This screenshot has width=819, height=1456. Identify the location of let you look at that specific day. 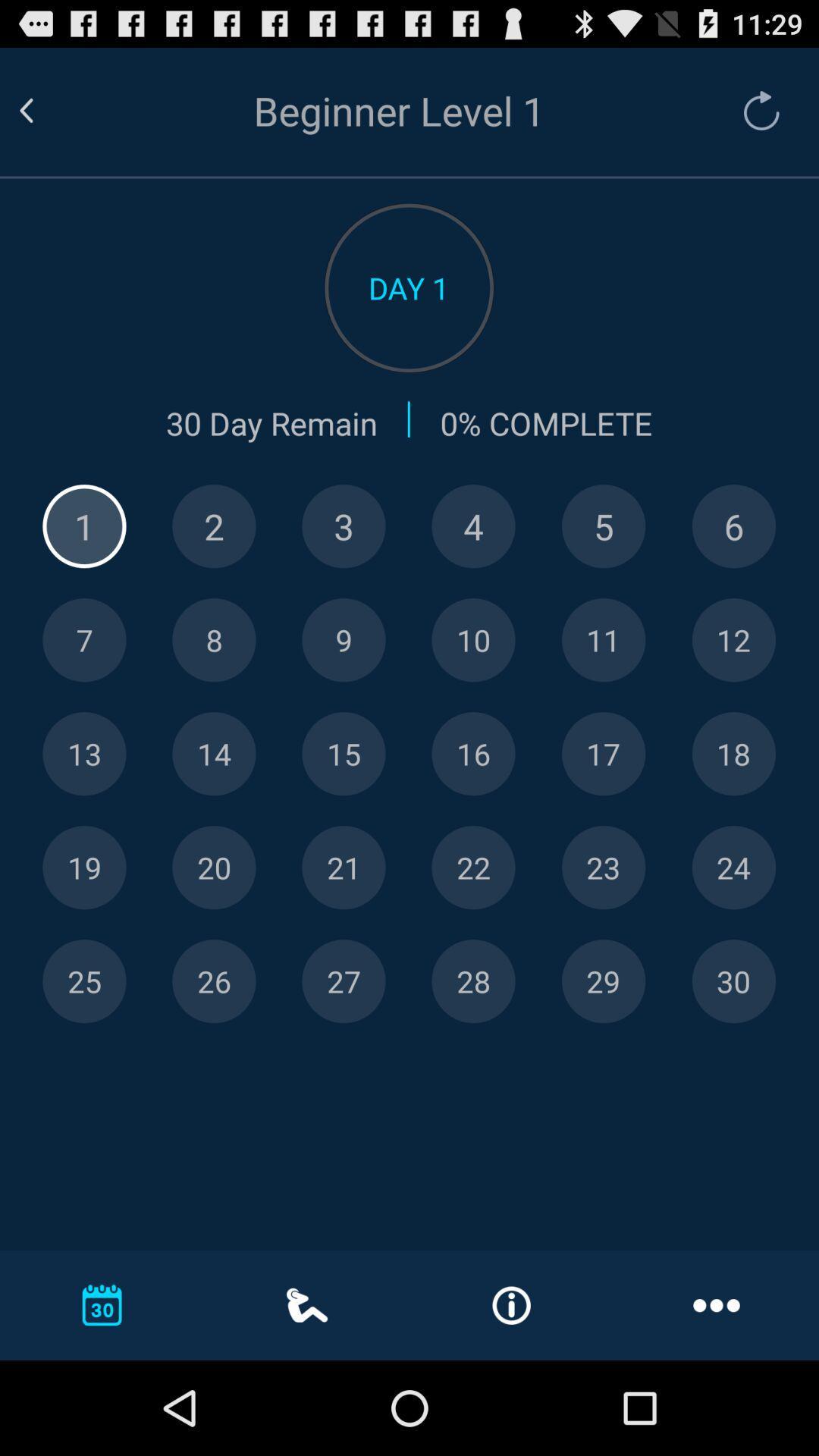
(472, 526).